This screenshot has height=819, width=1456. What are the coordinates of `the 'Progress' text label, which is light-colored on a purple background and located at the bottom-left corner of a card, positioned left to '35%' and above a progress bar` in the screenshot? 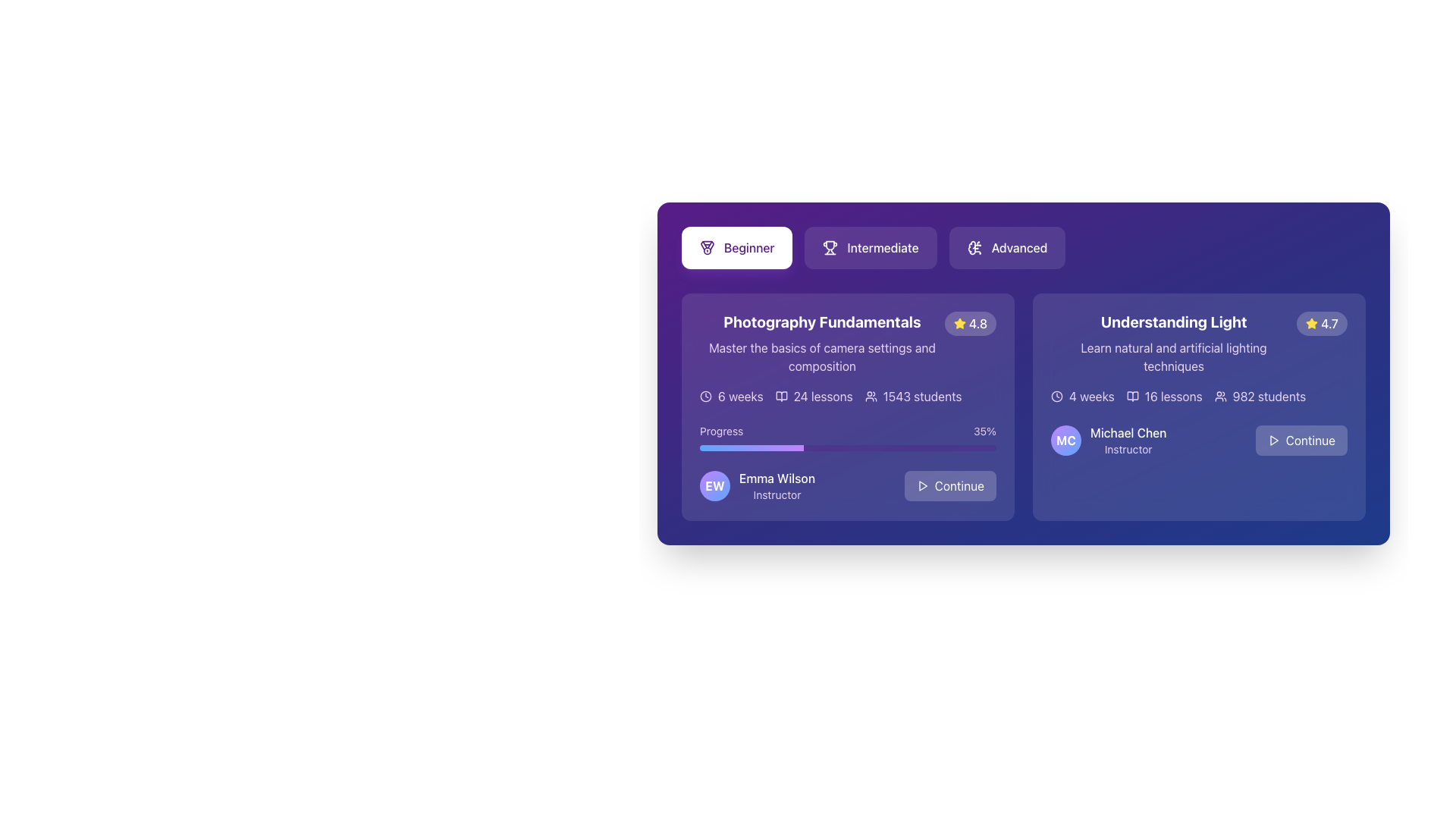 It's located at (720, 431).